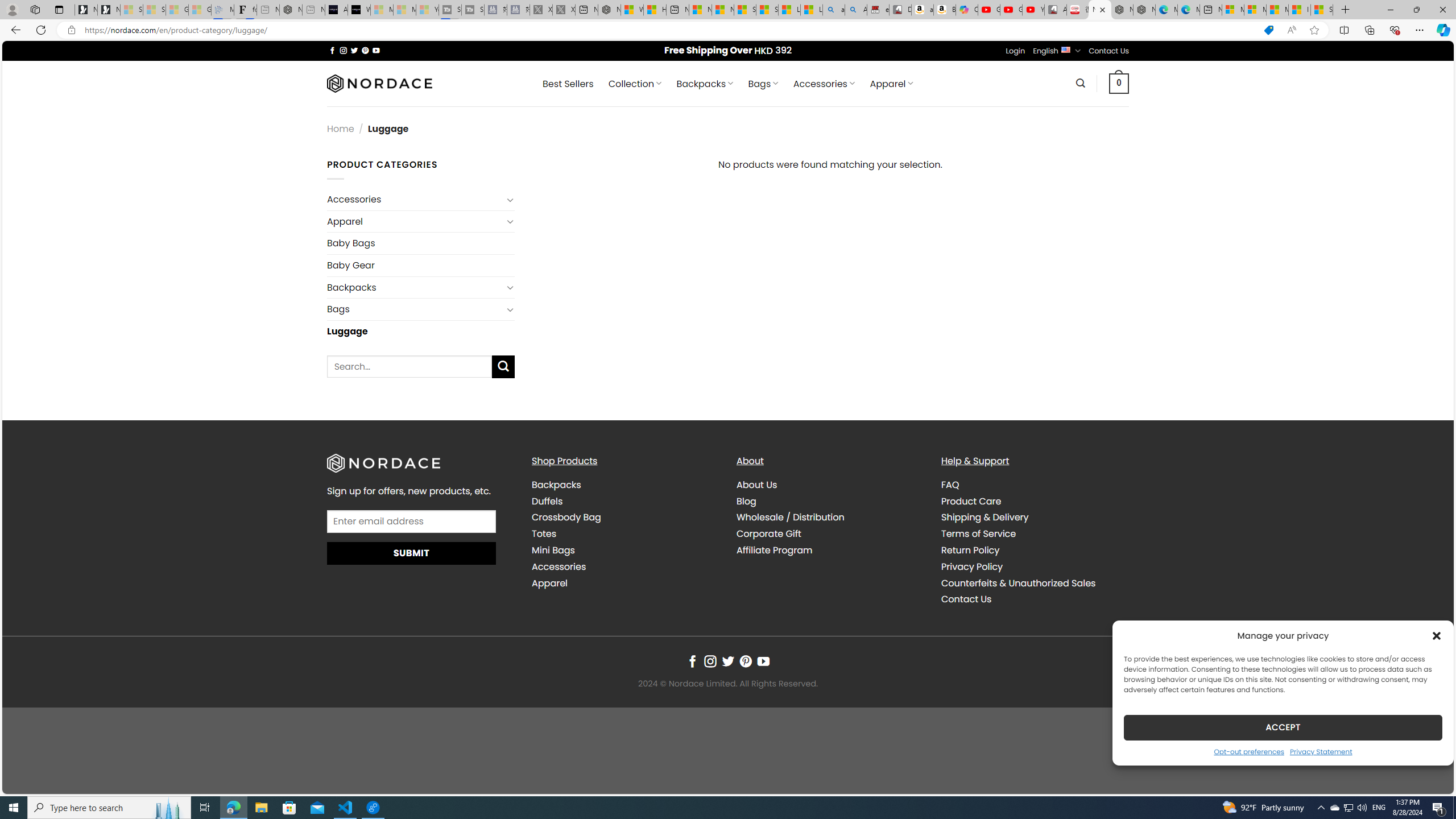  Describe the element at coordinates (1144, 9) in the screenshot. I see `'Nordace - Nordace has arrived Hong Kong'` at that location.